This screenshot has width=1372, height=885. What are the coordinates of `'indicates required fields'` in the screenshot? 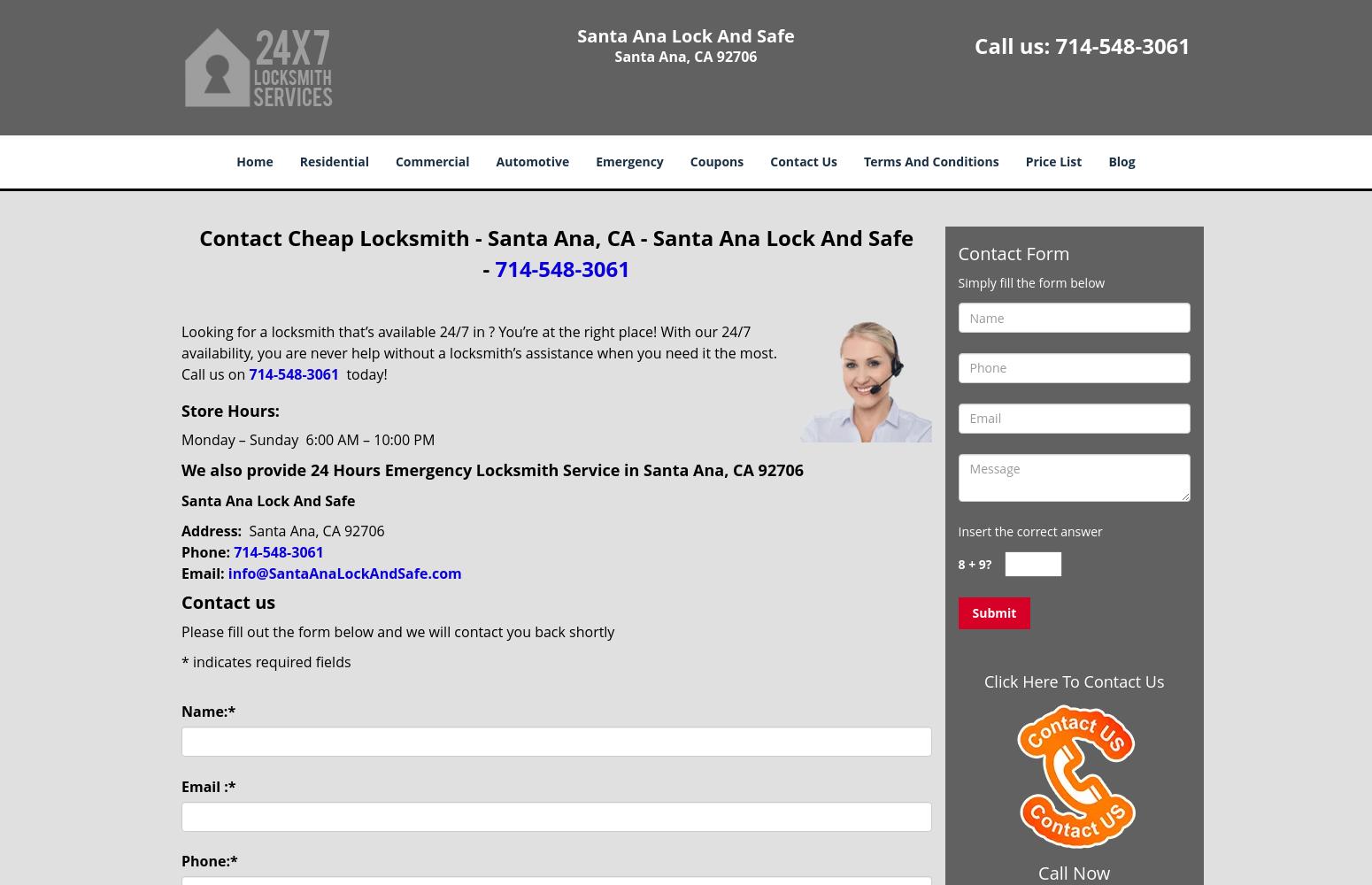 It's located at (269, 661).